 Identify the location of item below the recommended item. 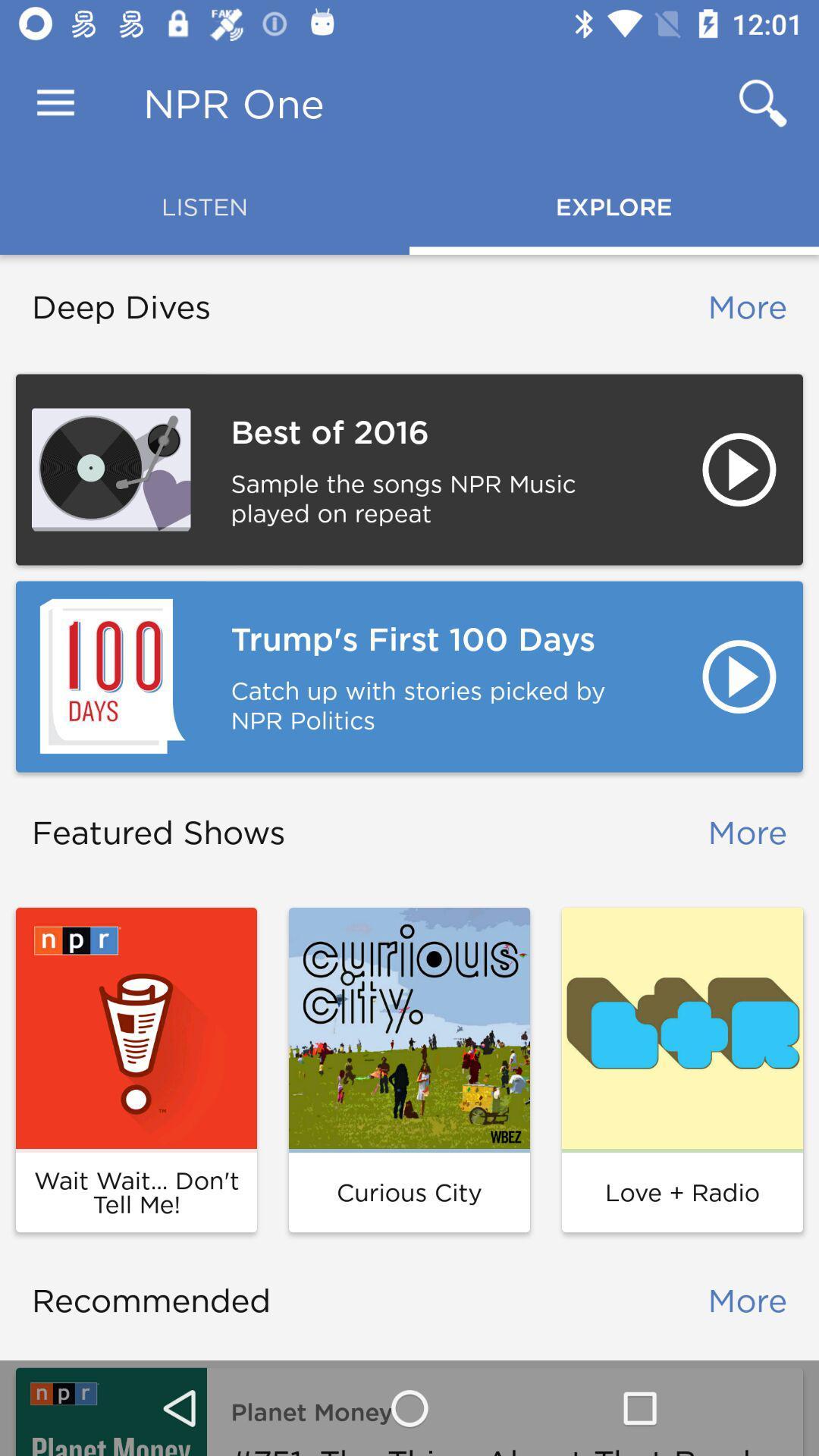
(110, 1410).